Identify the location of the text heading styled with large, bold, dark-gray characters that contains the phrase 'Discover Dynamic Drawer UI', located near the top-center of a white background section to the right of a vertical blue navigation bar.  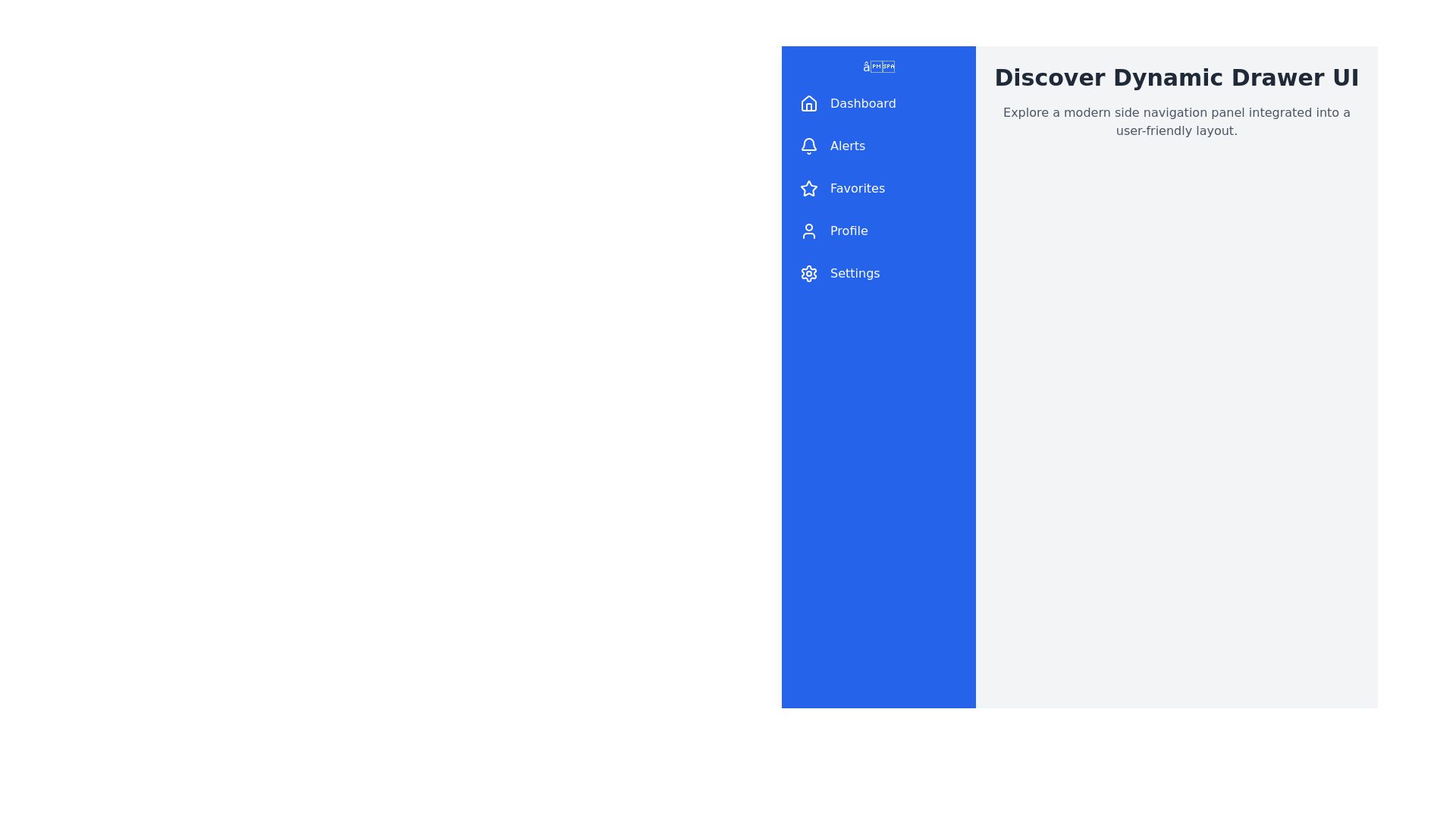
(1175, 78).